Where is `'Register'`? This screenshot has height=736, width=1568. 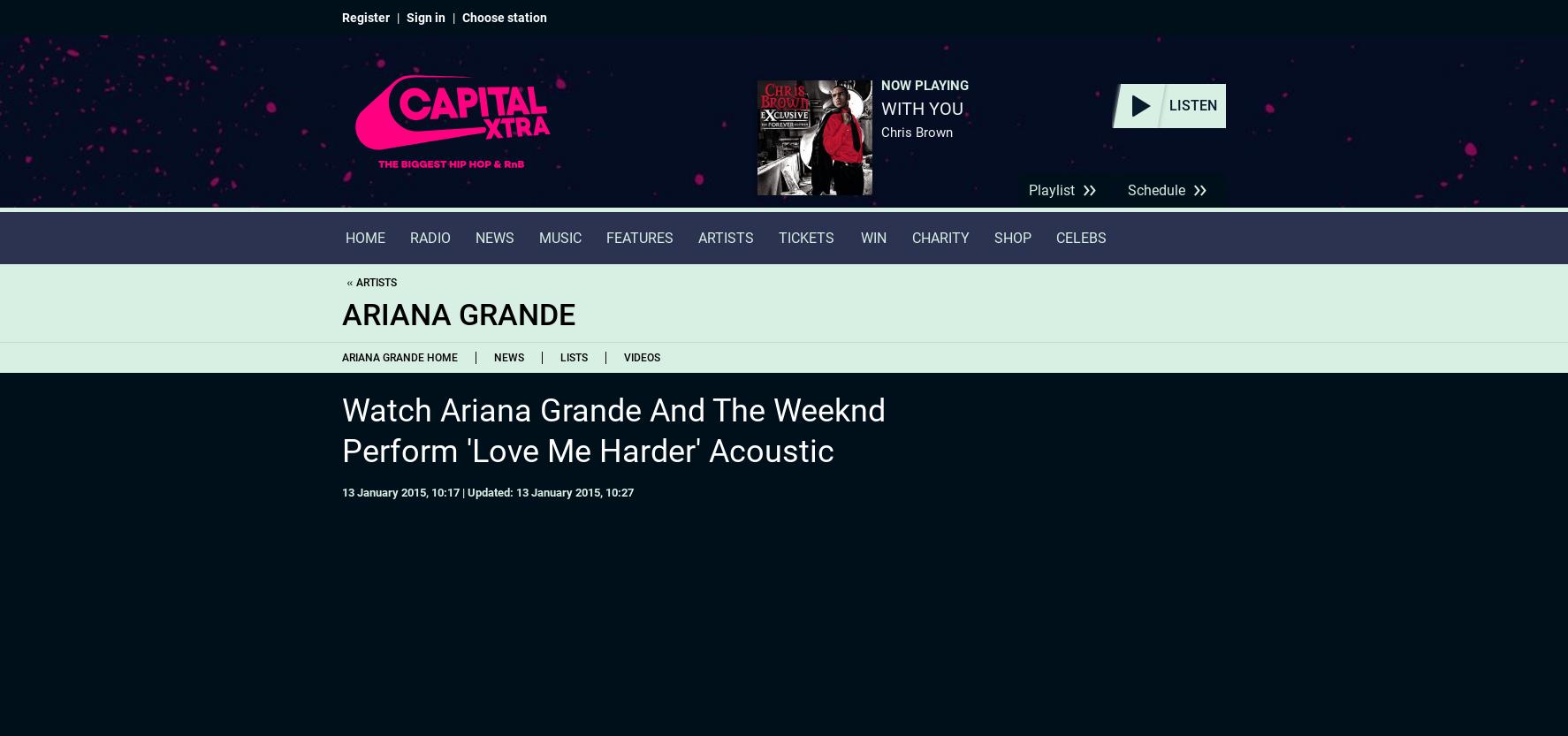 'Register' is located at coordinates (341, 17).